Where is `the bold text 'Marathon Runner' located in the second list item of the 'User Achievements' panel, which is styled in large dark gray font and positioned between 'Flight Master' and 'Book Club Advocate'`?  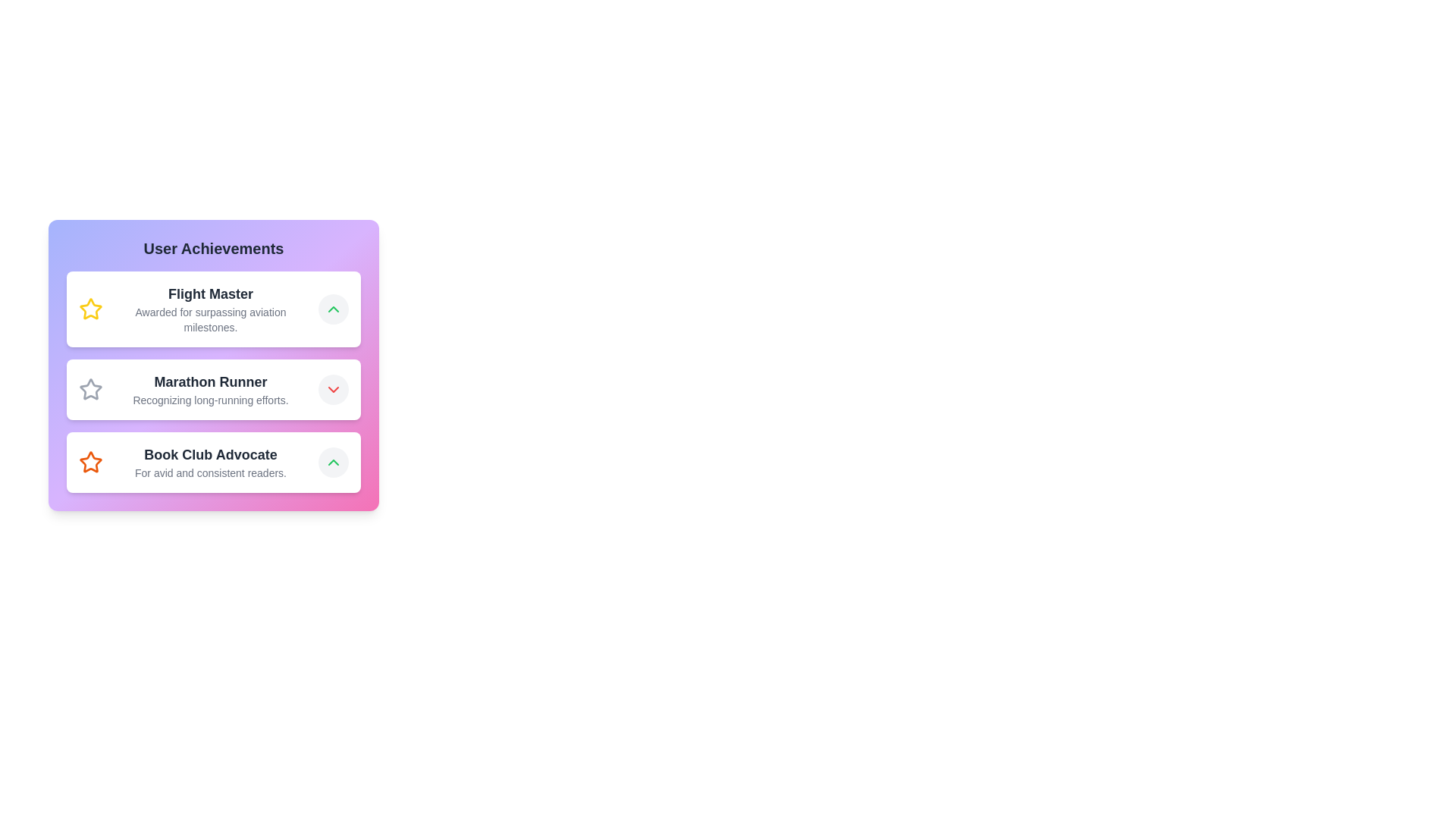
the bold text 'Marathon Runner' located in the second list item of the 'User Achievements' panel, which is styled in large dark gray font and positioned between 'Flight Master' and 'Book Club Advocate' is located at coordinates (210, 381).